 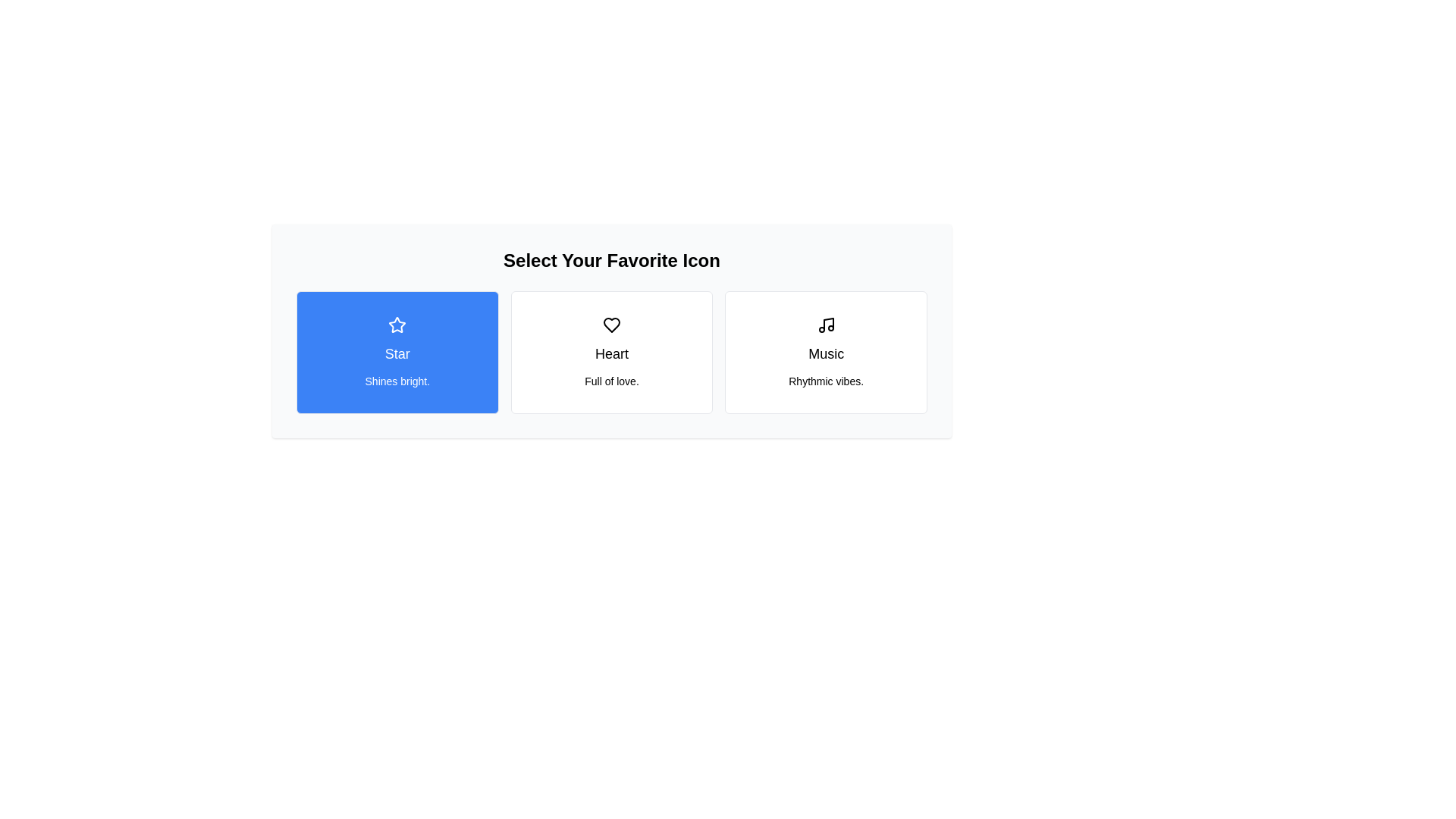 I want to click on text displayed in the title or label for the card associated with the concept of a 'Star', which is located in the blue rectangular card at the first position among three horizontal options, so click(x=397, y=353).